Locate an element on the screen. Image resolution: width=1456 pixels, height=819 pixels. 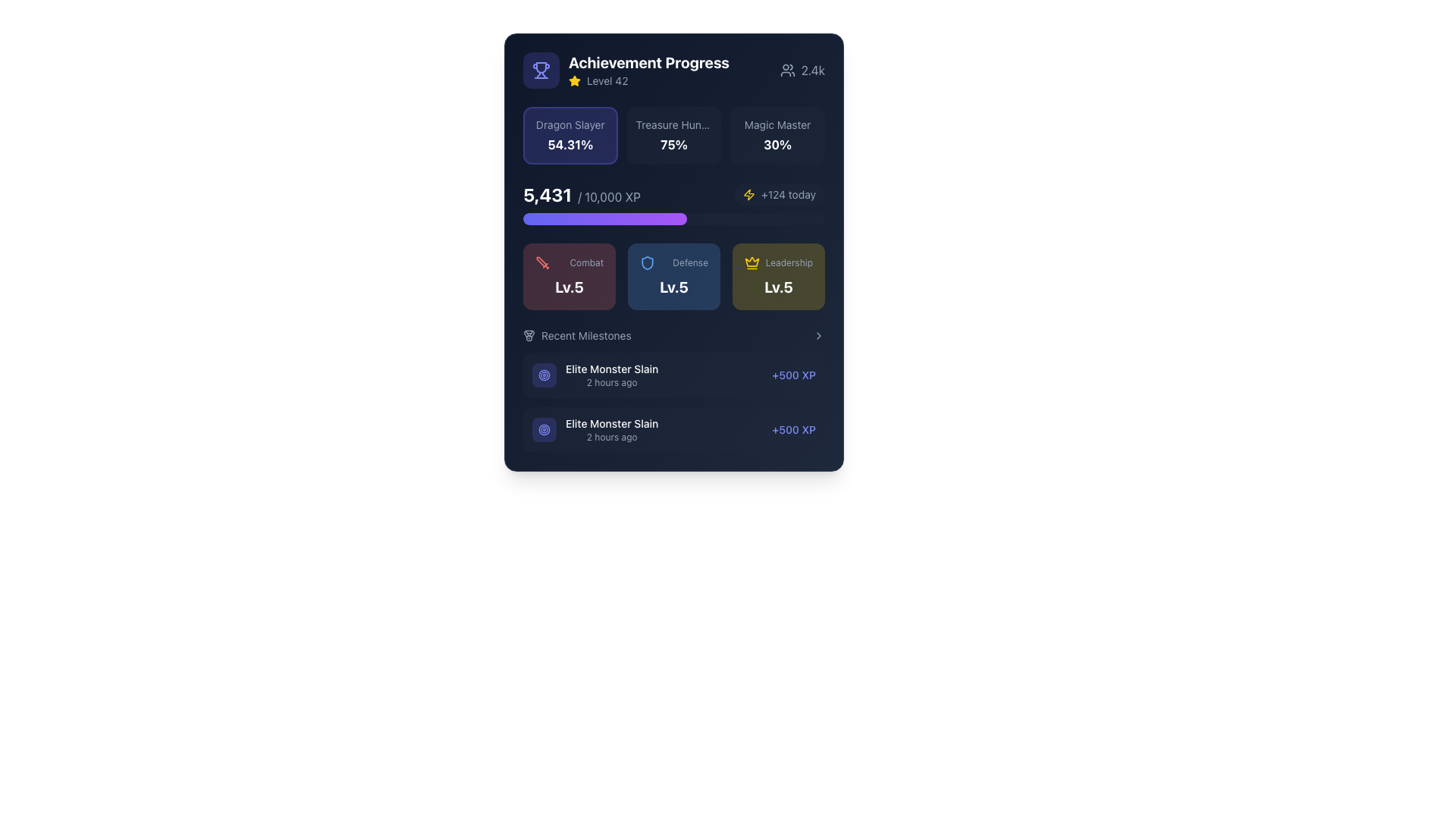
the second Informational card displaying the user's level in the 'Defense' skill category, positioned between the 'Combat' and 'Leadership' cards is located at coordinates (673, 277).